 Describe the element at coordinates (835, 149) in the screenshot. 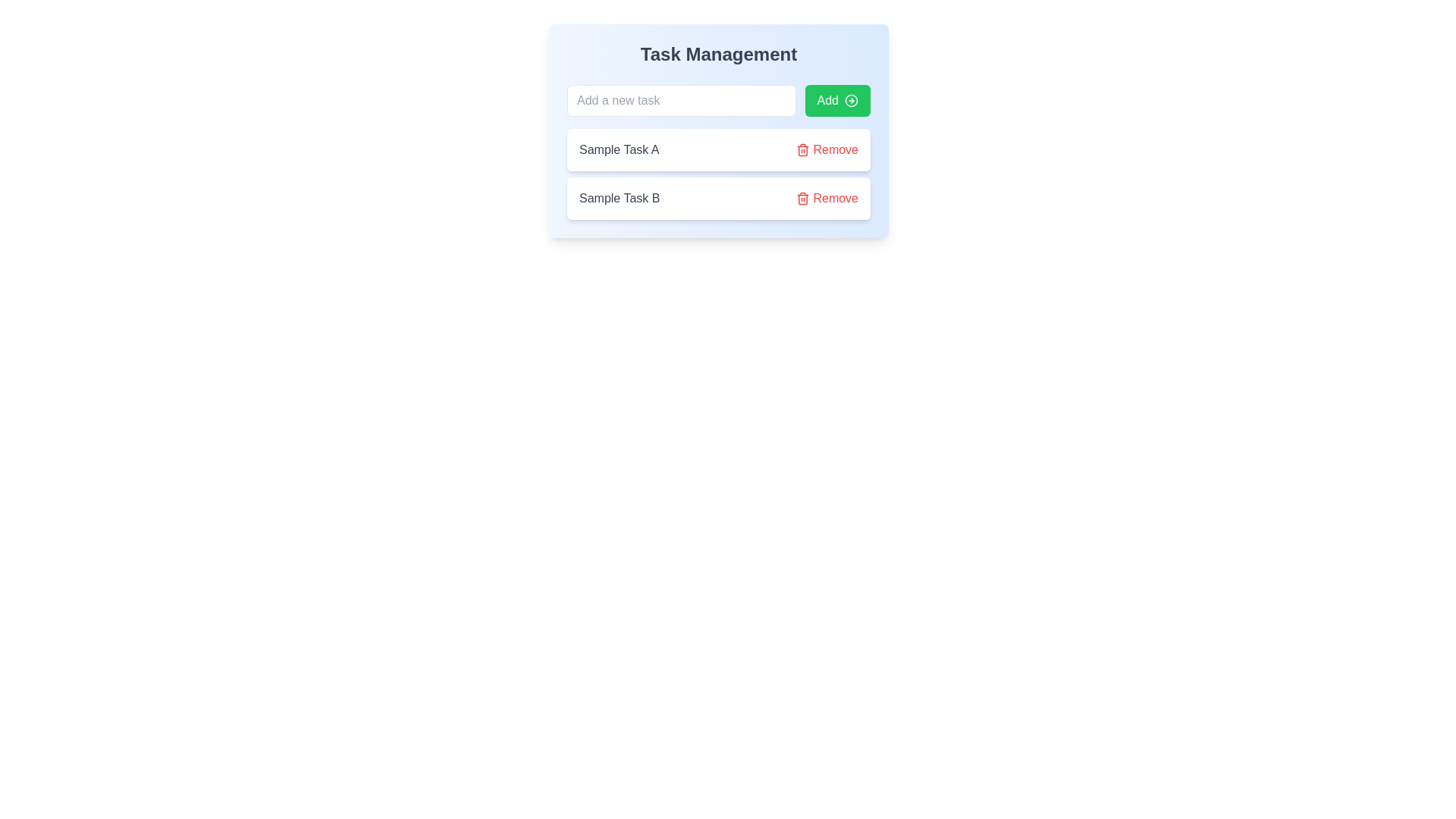

I see `the text label for removing the associated task 'Sample Task A' located to the right of the task name and adjacent to the trash can icon` at that location.